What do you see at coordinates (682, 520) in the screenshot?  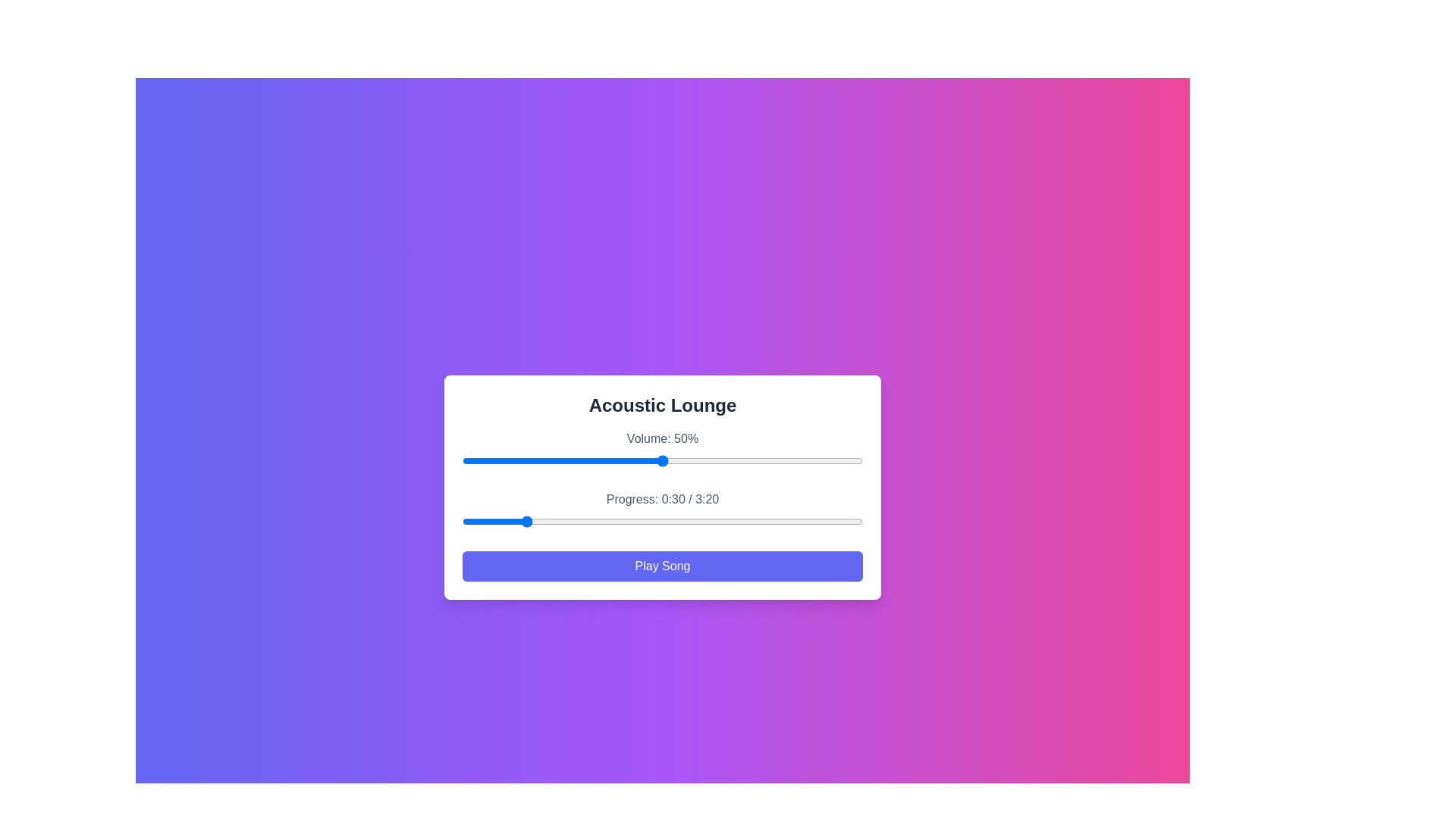 I see `the song progress to 110 seconds` at bounding box center [682, 520].